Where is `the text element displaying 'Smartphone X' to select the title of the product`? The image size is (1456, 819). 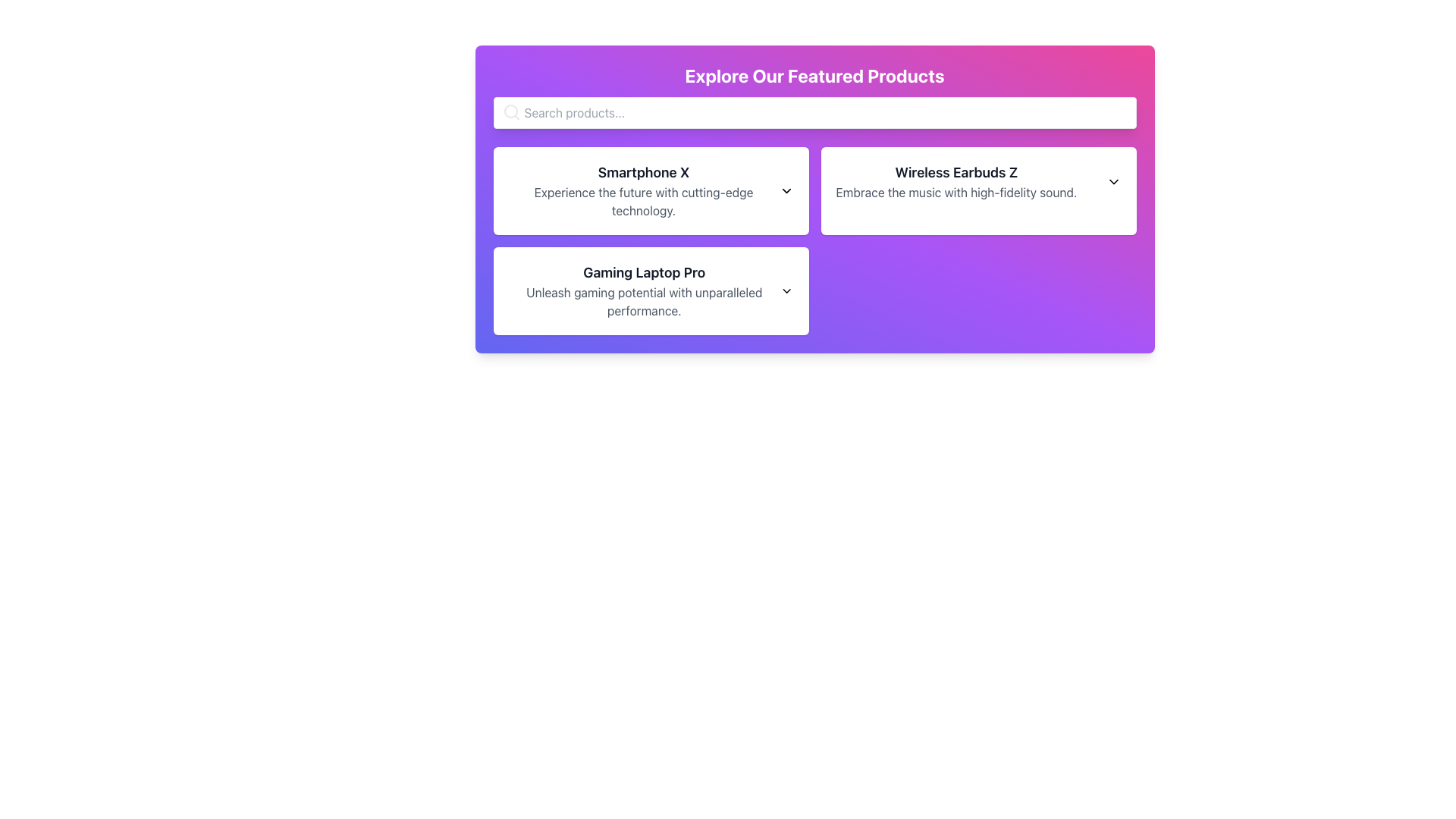
the text element displaying 'Smartphone X' to select the title of the product is located at coordinates (644, 171).